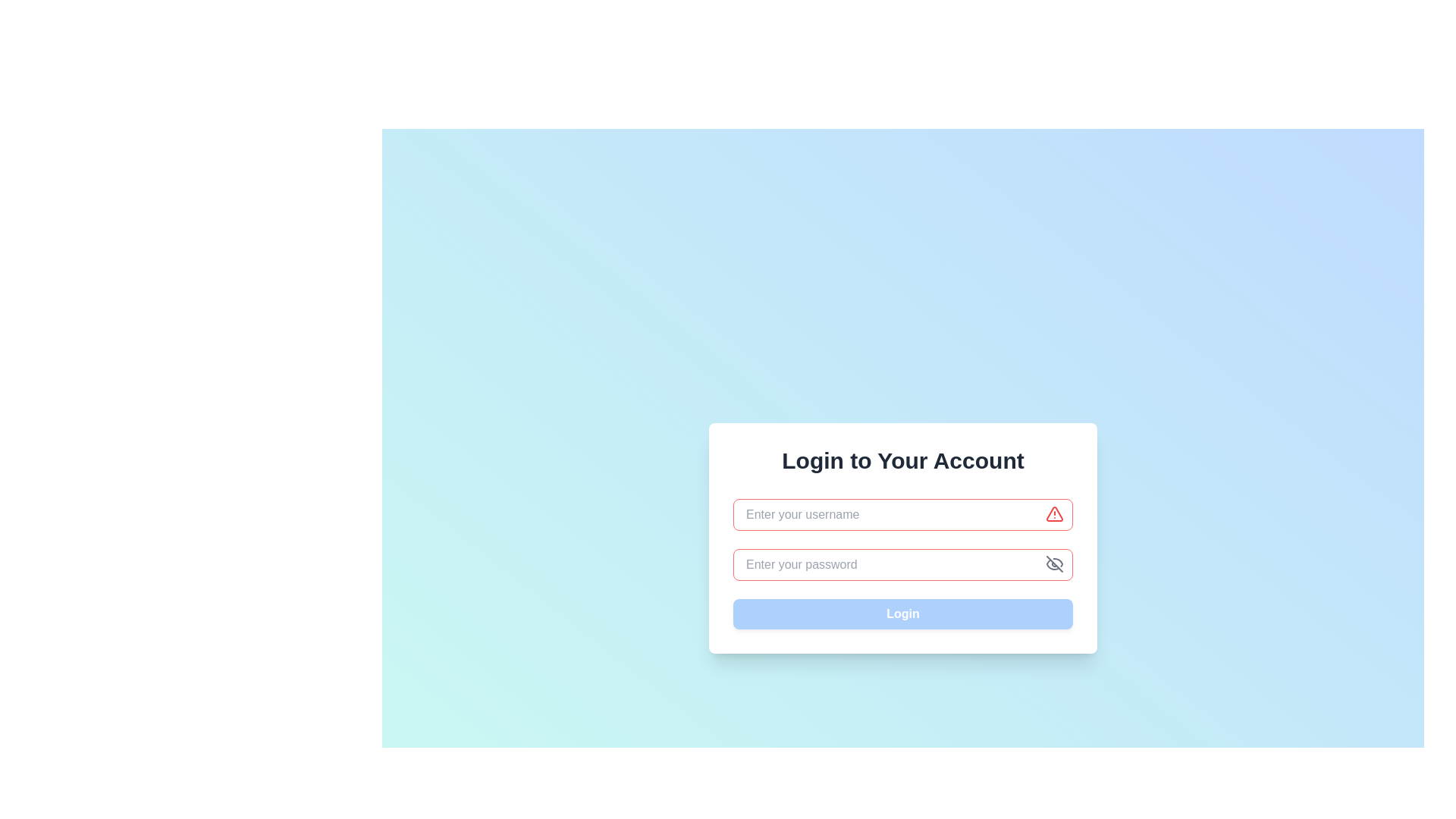 This screenshot has width=1456, height=819. Describe the element at coordinates (902, 460) in the screenshot. I see `the purpose of the login form section` at that location.